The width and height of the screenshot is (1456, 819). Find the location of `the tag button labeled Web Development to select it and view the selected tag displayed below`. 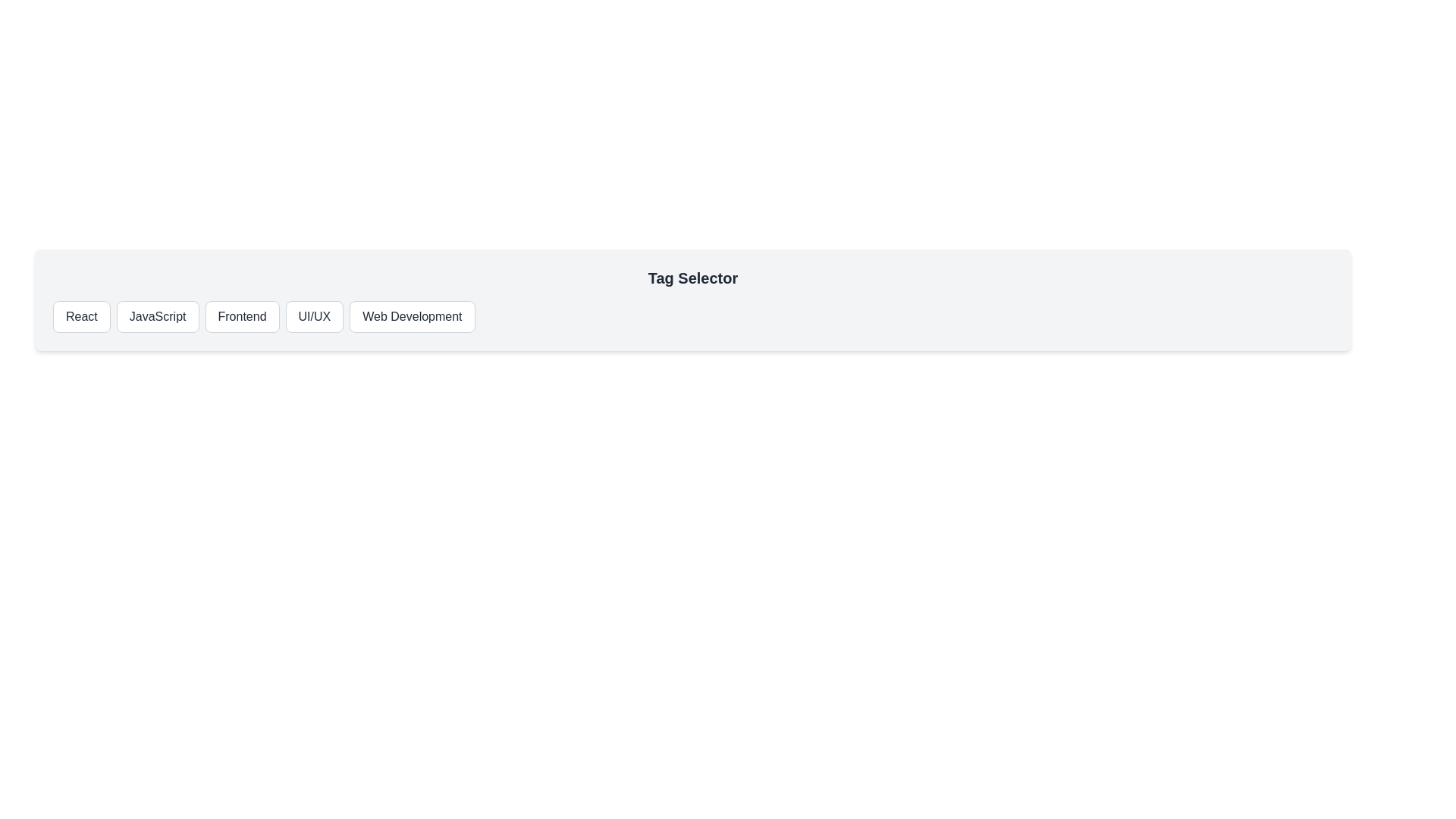

the tag button labeled Web Development to select it and view the selected tag displayed below is located at coordinates (412, 315).